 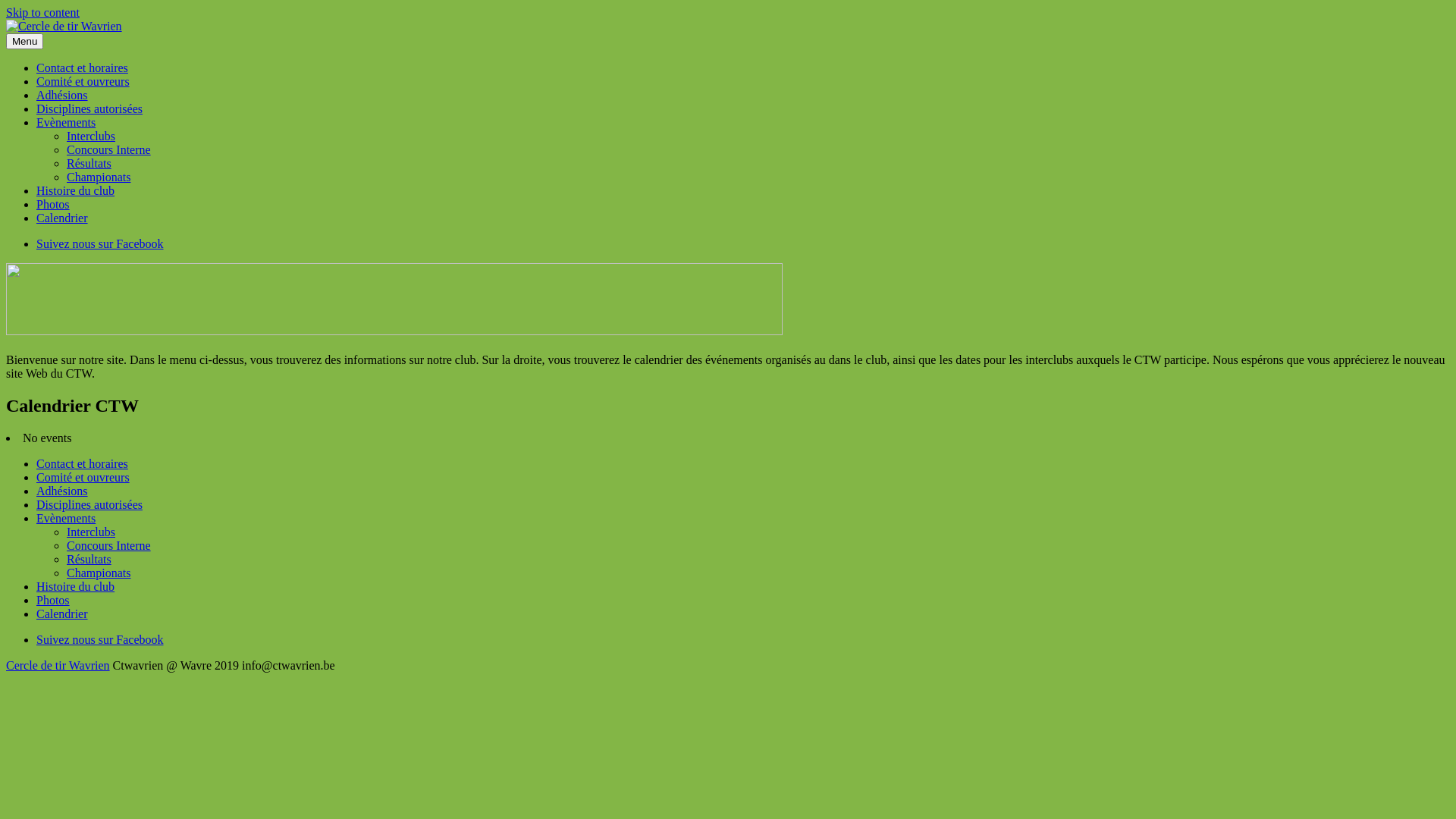 What do you see at coordinates (61, 218) in the screenshot?
I see `'Calendrier'` at bounding box center [61, 218].